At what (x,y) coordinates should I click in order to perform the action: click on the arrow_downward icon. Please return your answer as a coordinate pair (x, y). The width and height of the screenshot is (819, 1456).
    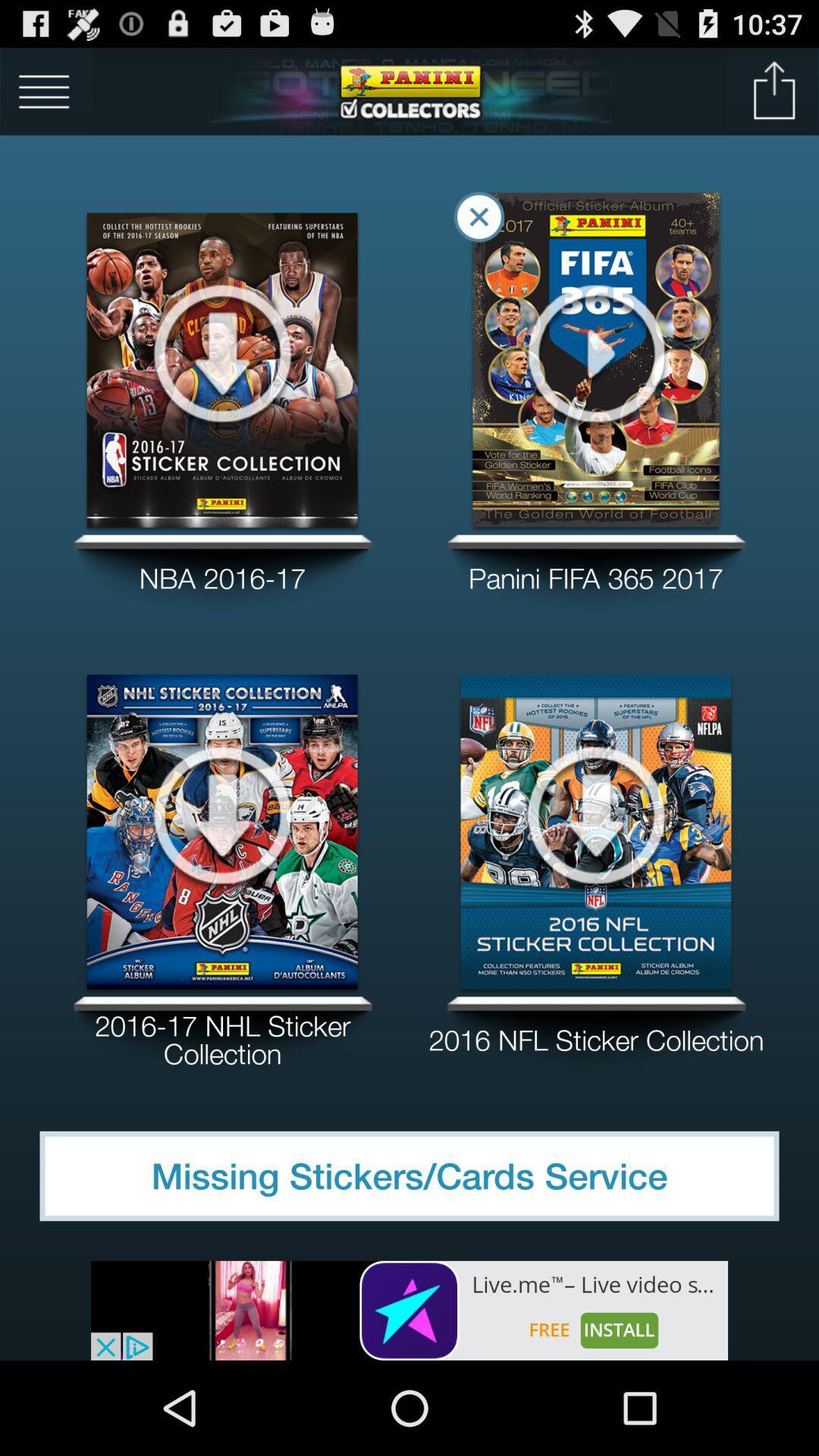
    Looking at the image, I should click on (595, 871).